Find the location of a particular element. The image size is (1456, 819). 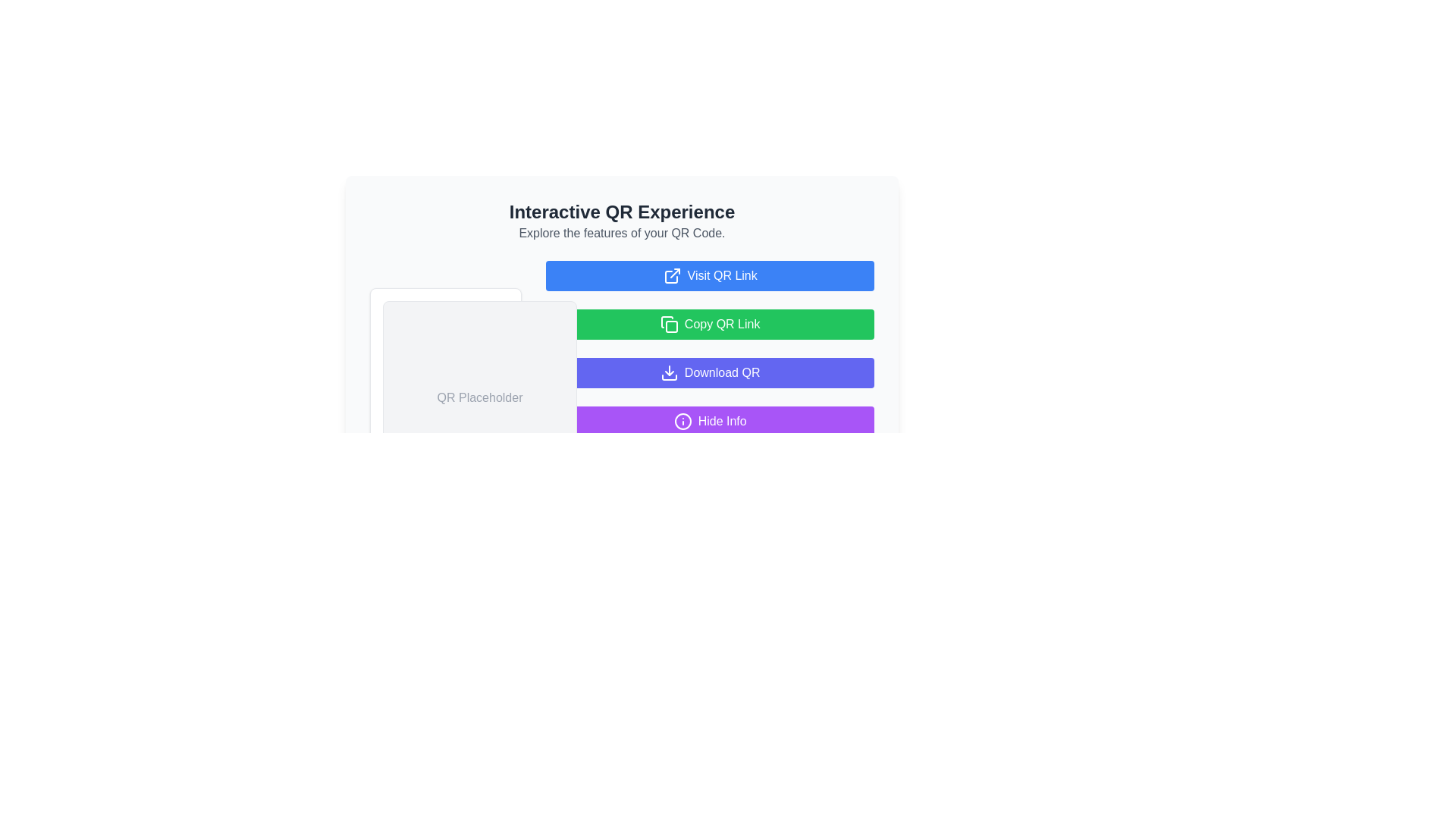

the first button in the 'Interactive QR Experience' group is located at coordinates (709, 275).